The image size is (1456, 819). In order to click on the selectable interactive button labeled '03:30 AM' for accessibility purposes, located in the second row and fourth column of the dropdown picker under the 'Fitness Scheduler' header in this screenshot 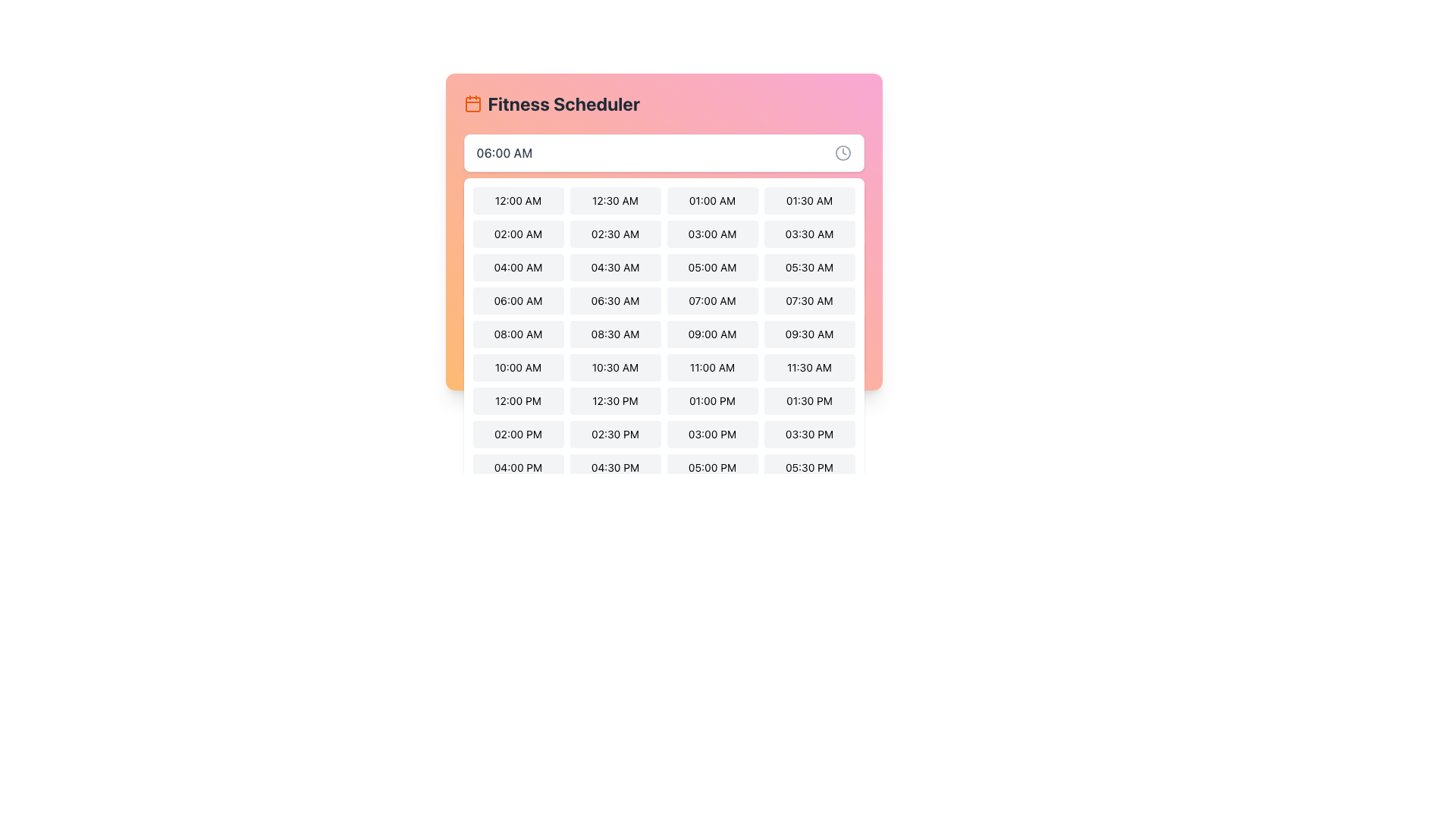, I will do `click(808, 234)`.